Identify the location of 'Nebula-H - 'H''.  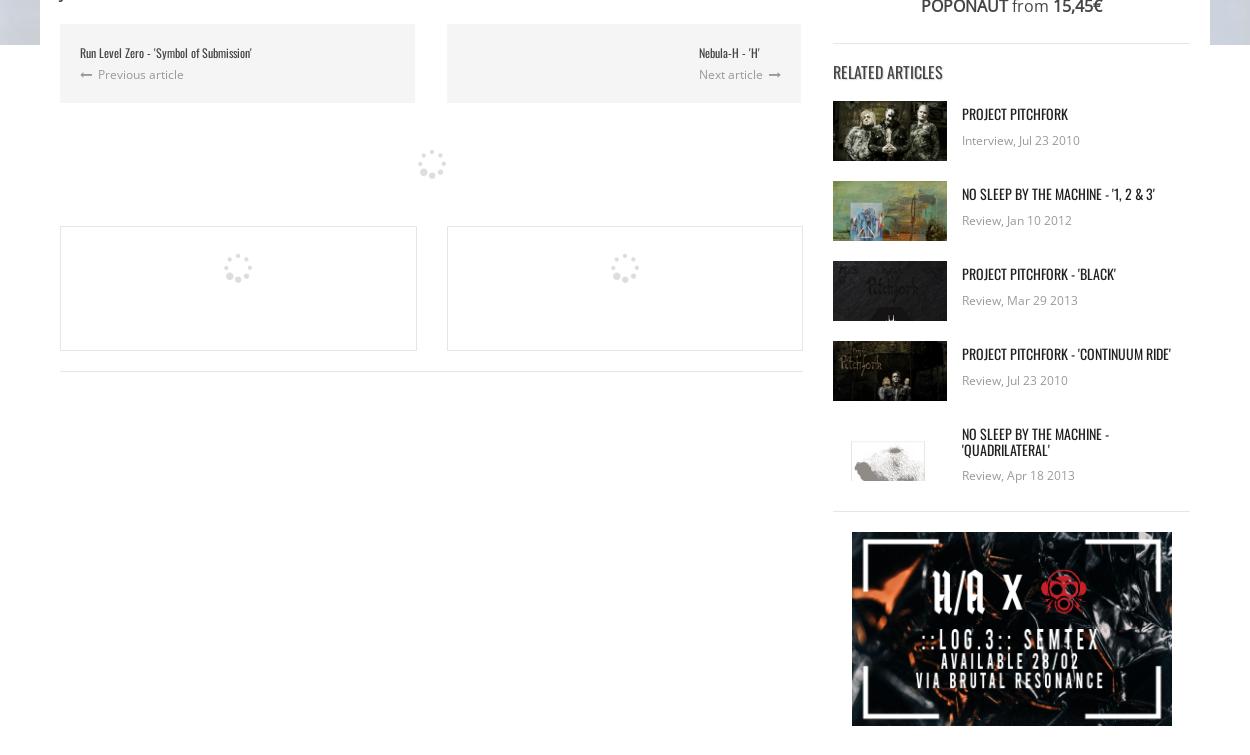
(728, 51).